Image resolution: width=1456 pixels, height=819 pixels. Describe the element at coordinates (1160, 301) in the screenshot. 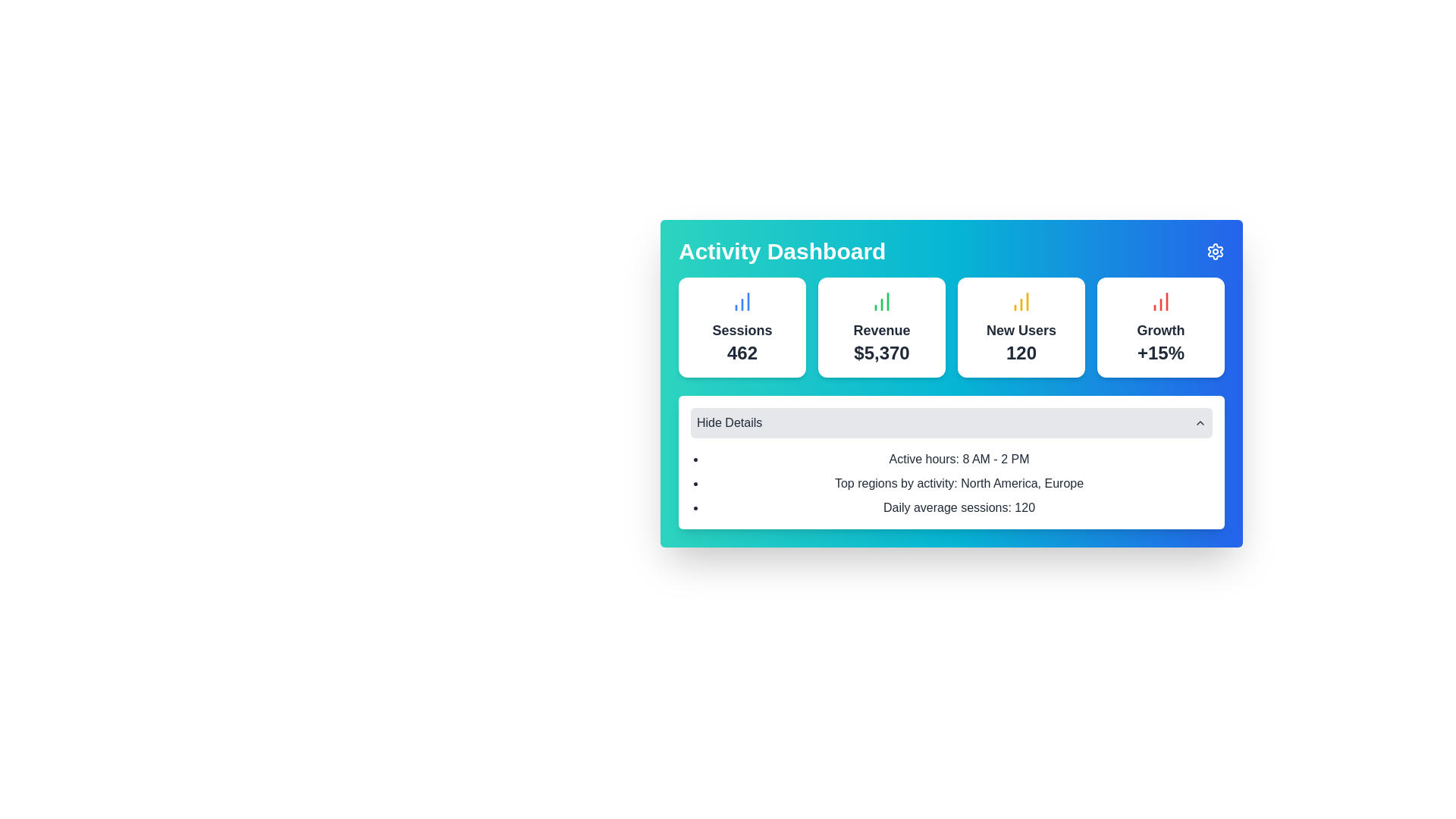

I see `the red bar chart icon situated above the 'Growth' text in the fourth summary card under the 'Activity Dashboard'` at that location.